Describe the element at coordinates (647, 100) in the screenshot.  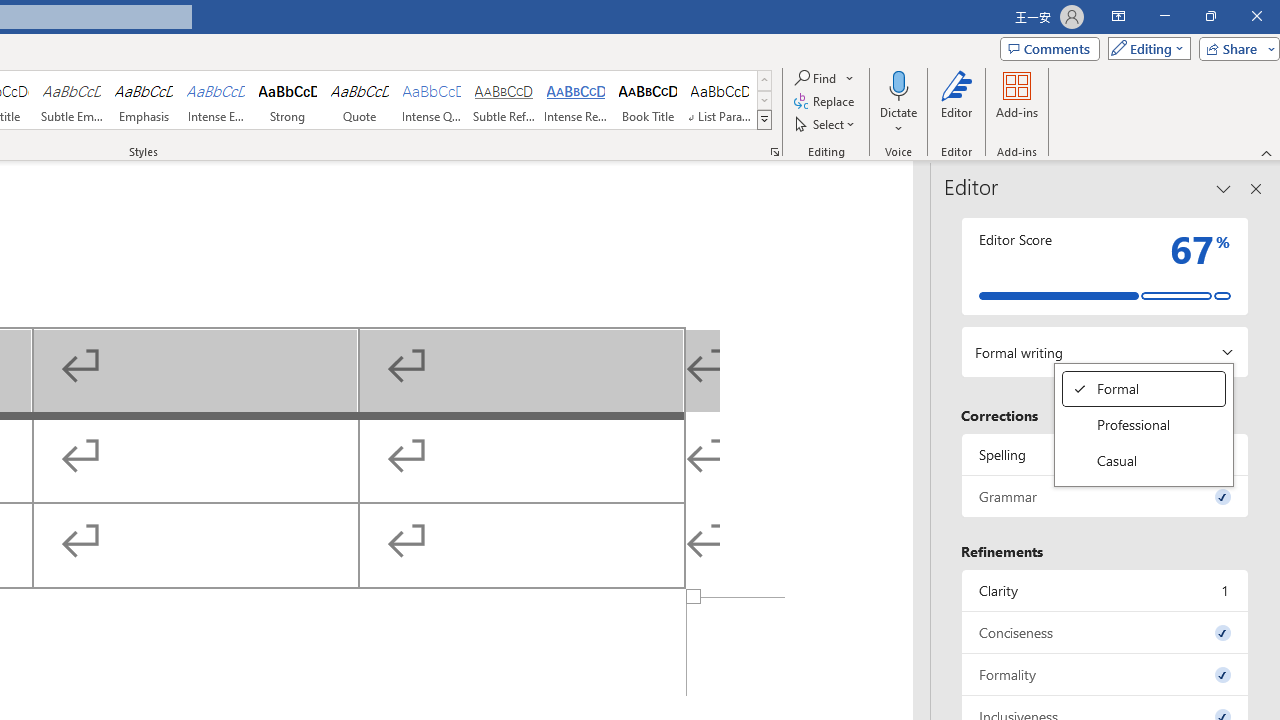
I see `'Book Title'` at that location.